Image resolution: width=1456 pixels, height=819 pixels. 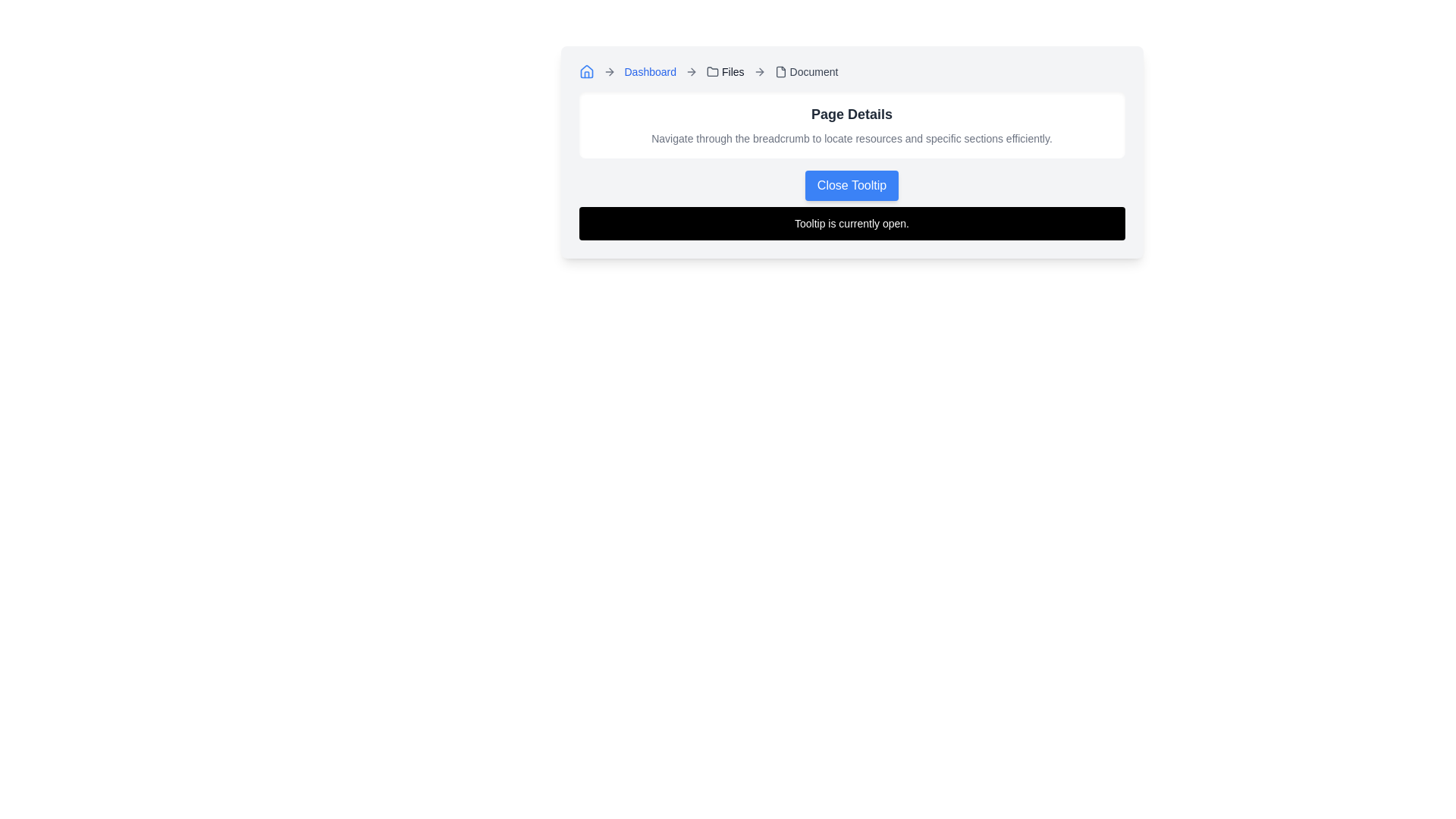 What do you see at coordinates (585, 72) in the screenshot?
I see `the icon representing the starting point of the navigation, located at the far left of the breadcrumb navigation bar preceding the text 'Dashboard'` at bounding box center [585, 72].